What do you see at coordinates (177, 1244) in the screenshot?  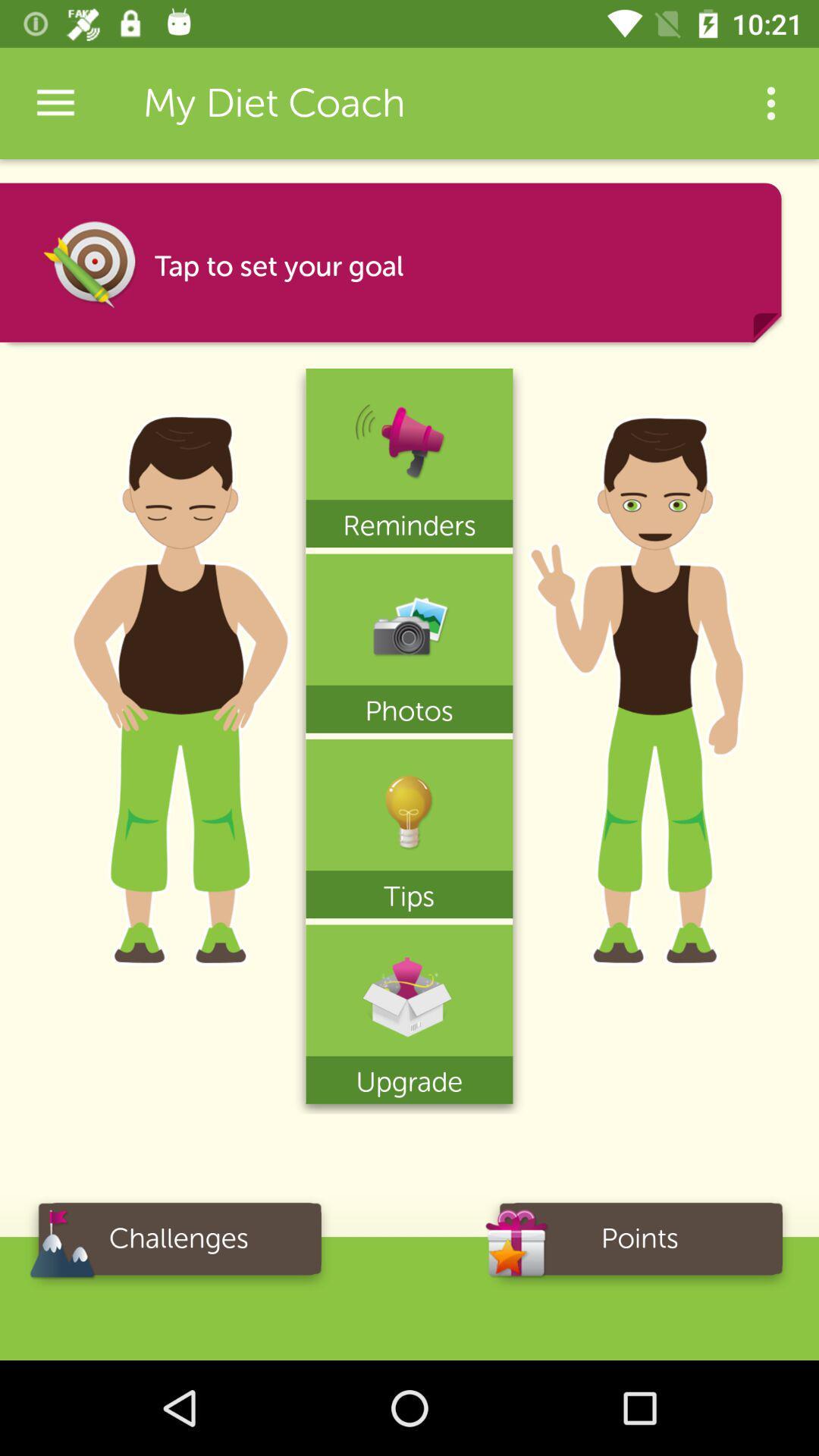 I see `the challenges` at bounding box center [177, 1244].